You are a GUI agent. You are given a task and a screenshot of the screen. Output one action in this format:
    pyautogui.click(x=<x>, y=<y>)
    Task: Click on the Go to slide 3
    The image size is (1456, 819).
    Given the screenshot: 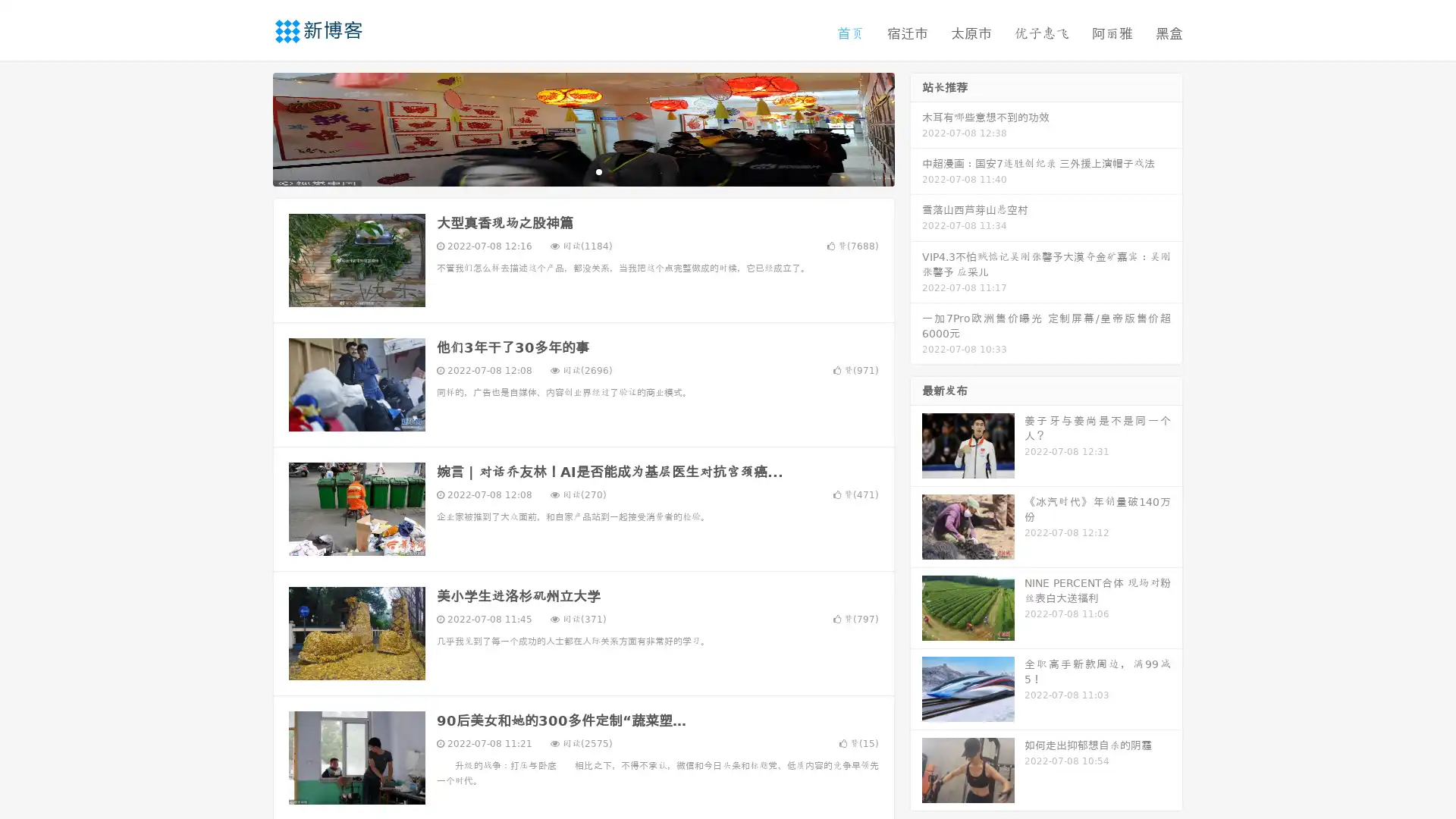 What is the action you would take?
    pyautogui.click(x=598, y=171)
    